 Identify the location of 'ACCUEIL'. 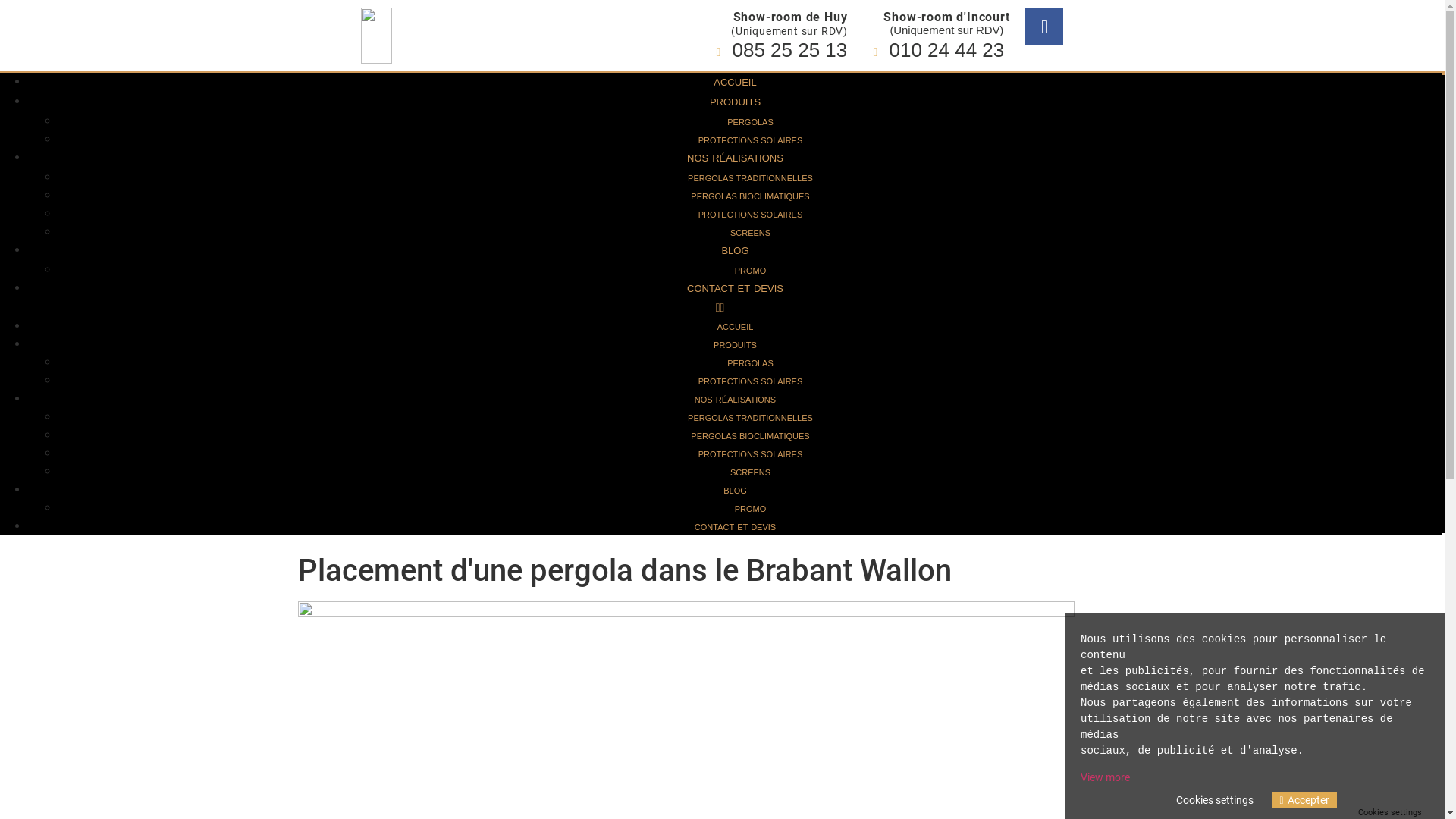
(701, 82).